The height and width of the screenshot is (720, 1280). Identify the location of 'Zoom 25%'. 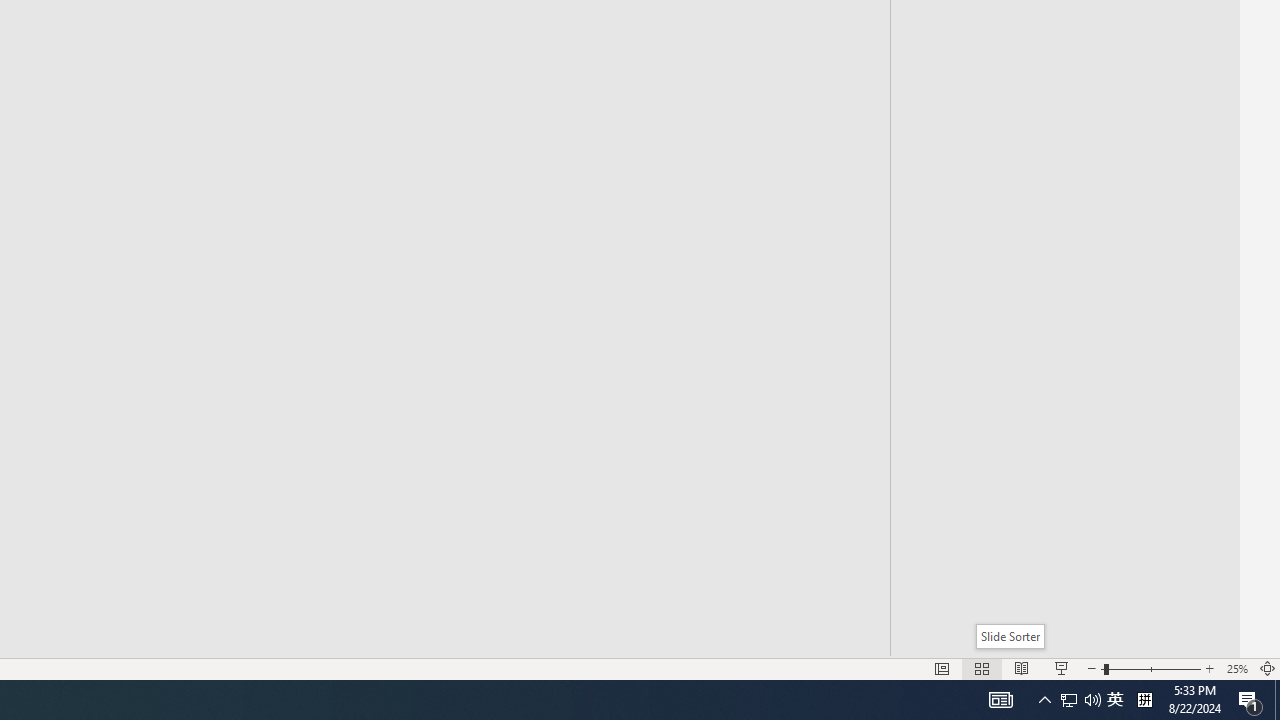
(1236, 669).